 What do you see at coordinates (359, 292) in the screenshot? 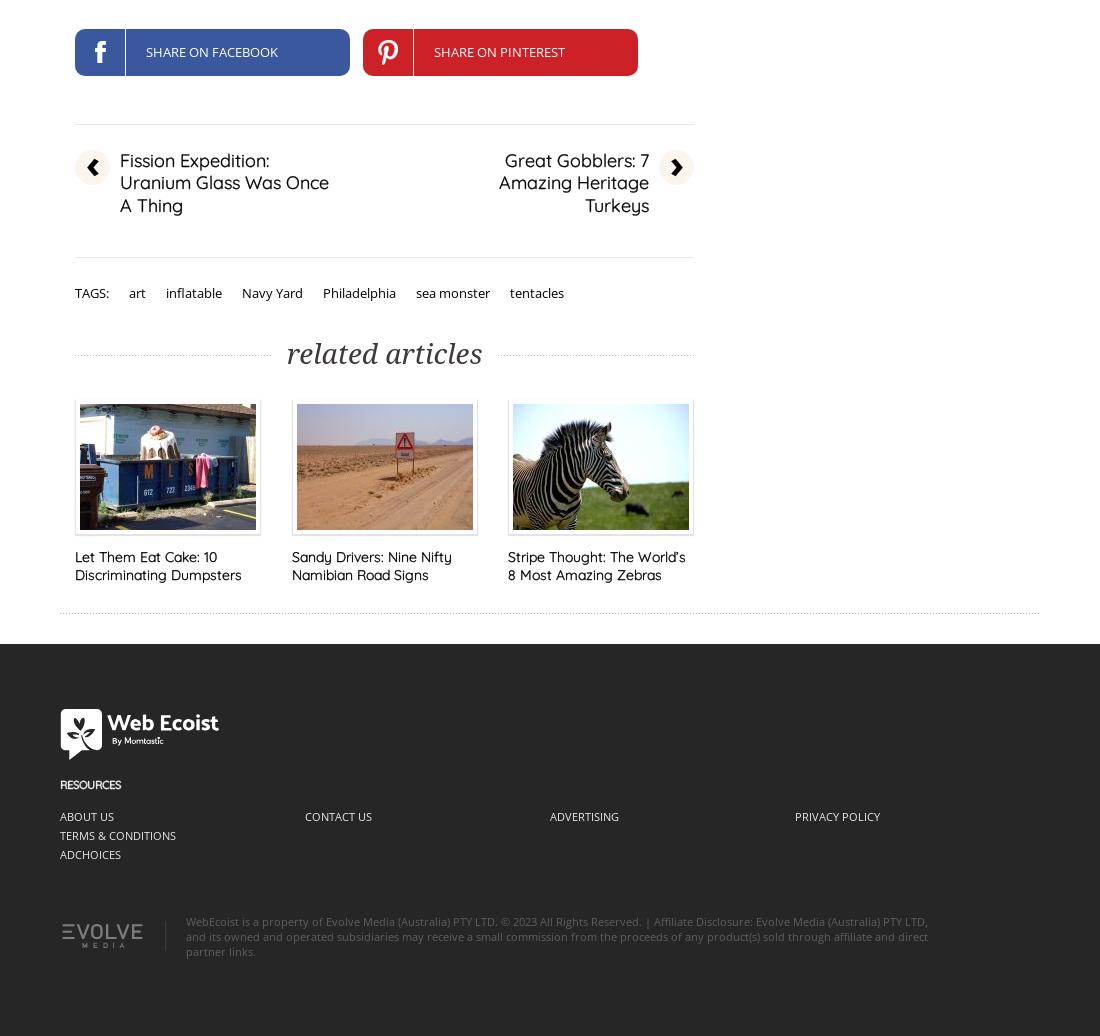
I see `'Philadelphia'` at bounding box center [359, 292].